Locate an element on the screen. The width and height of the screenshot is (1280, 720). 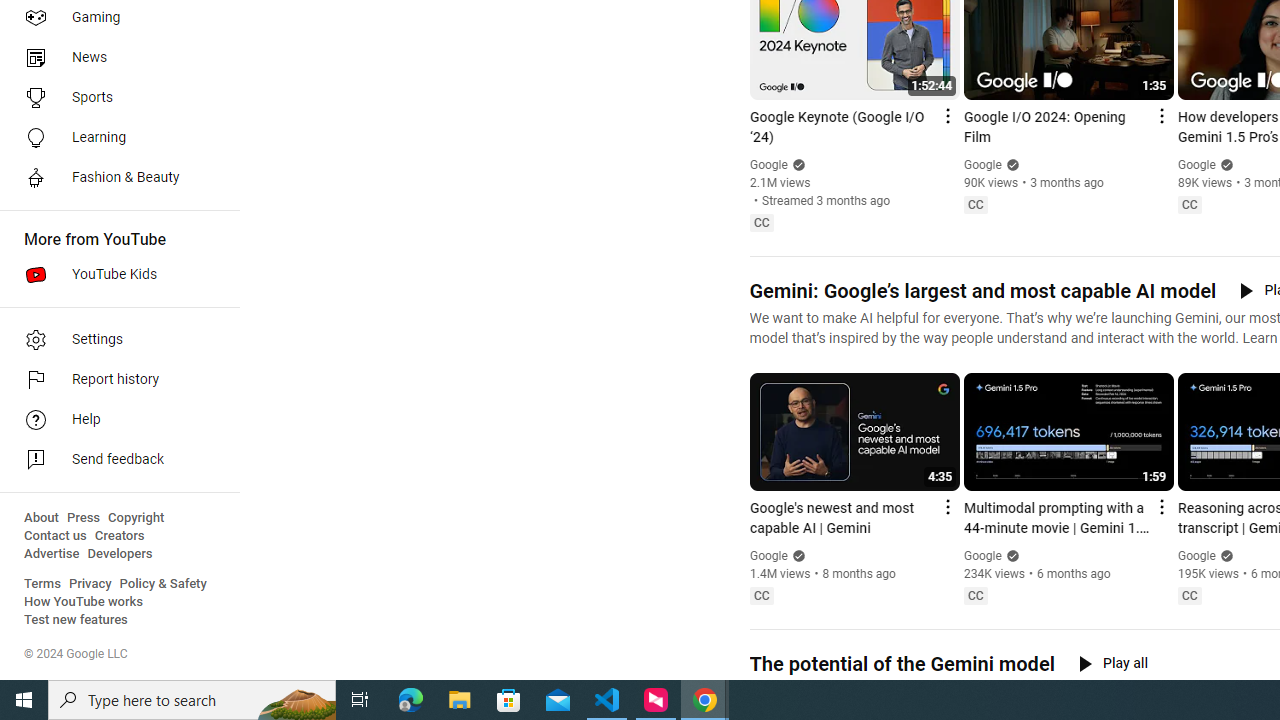
'Test new features' is located at coordinates (76, 619).